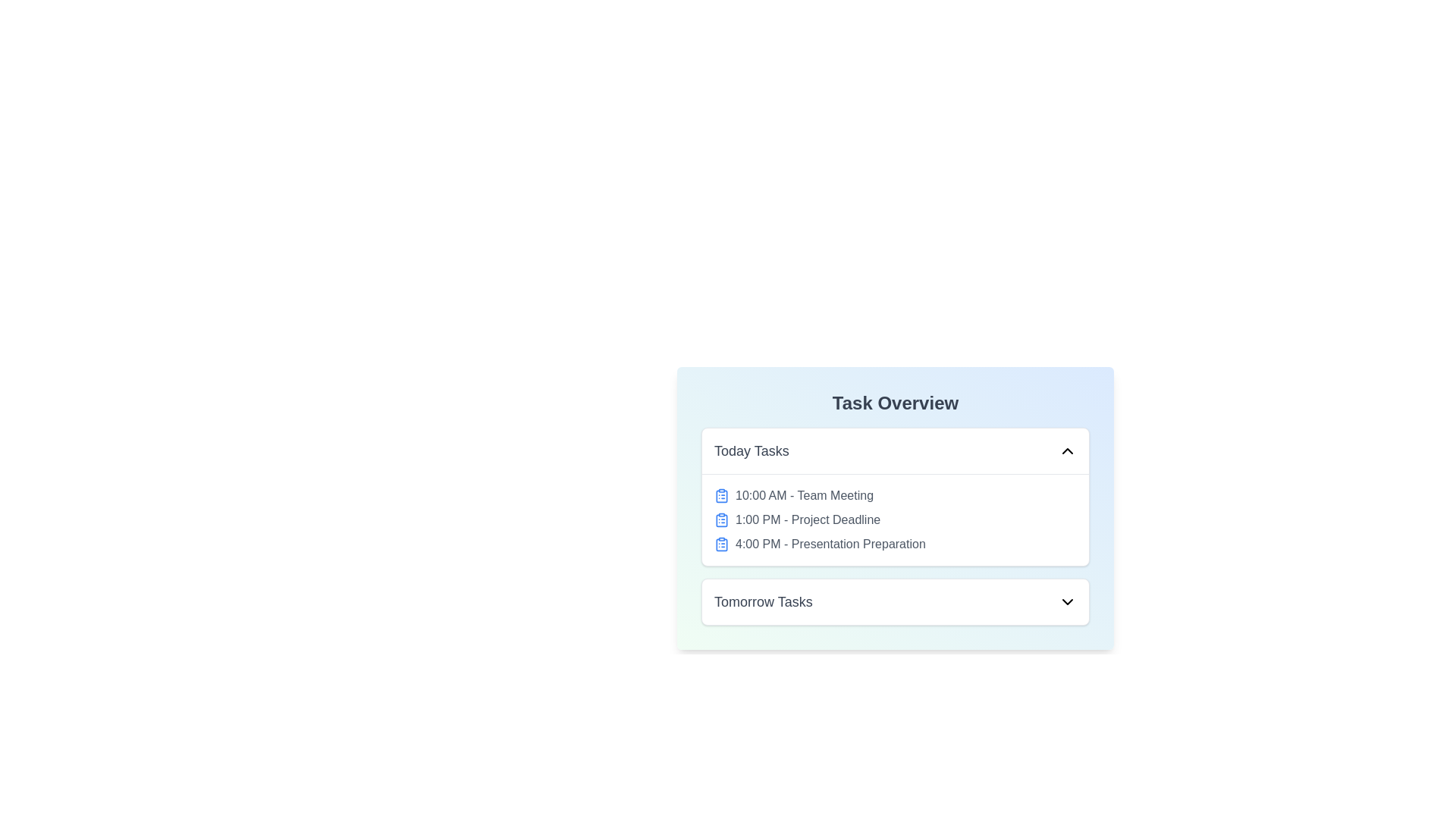 The image size is (1456, 819). Describe the element at coordinates (720, 496) in the screenshot. I see `the icon associated with the task '10:00 AM - Team Meeting'` at that location.